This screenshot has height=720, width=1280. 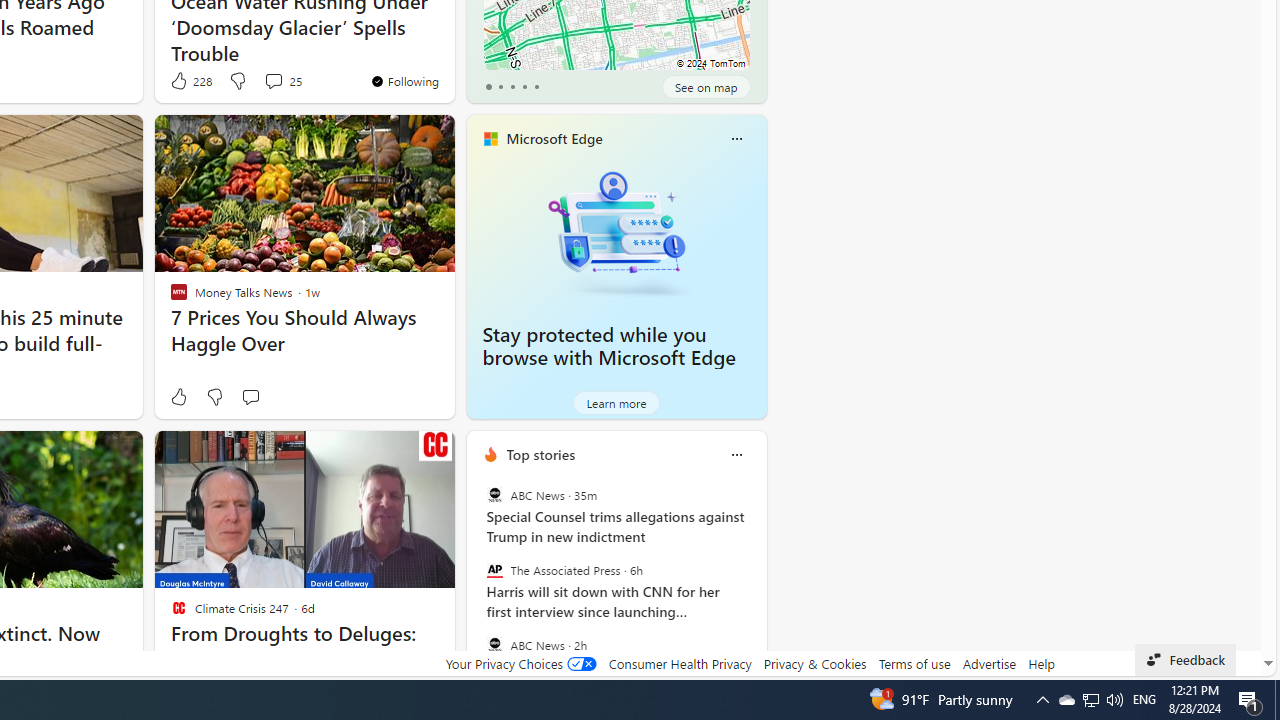 What do you see at coordinates (178, 397) in the screenshot?
I see `'Like'` at bounding box center [178, 397].